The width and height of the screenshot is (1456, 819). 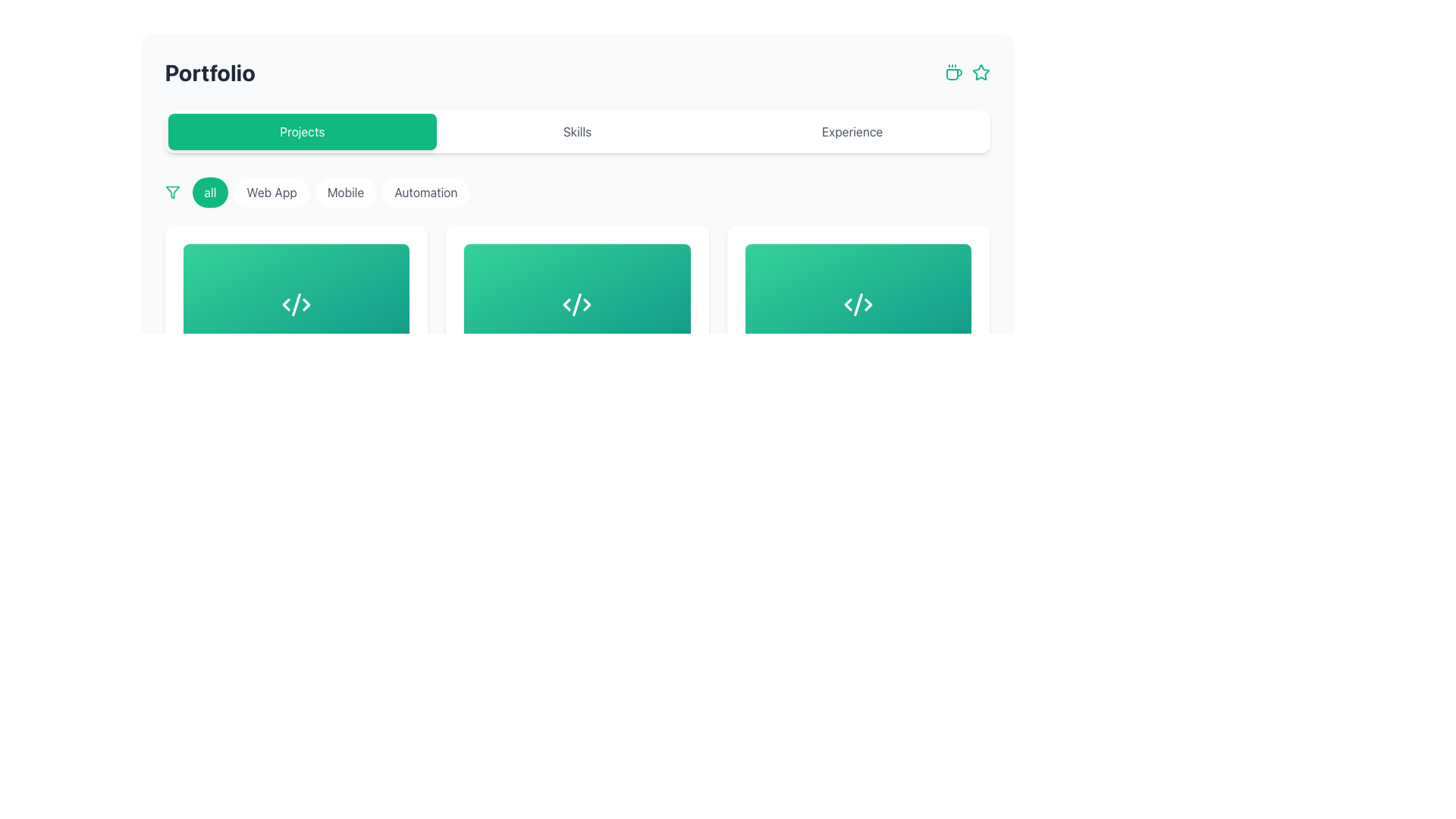 I want to click on the card containing the code symbol icon, which is located in the Portfolio section, specifically in the first card of the second row, directly below the 'all' filter button, so click(x=296, y=304).